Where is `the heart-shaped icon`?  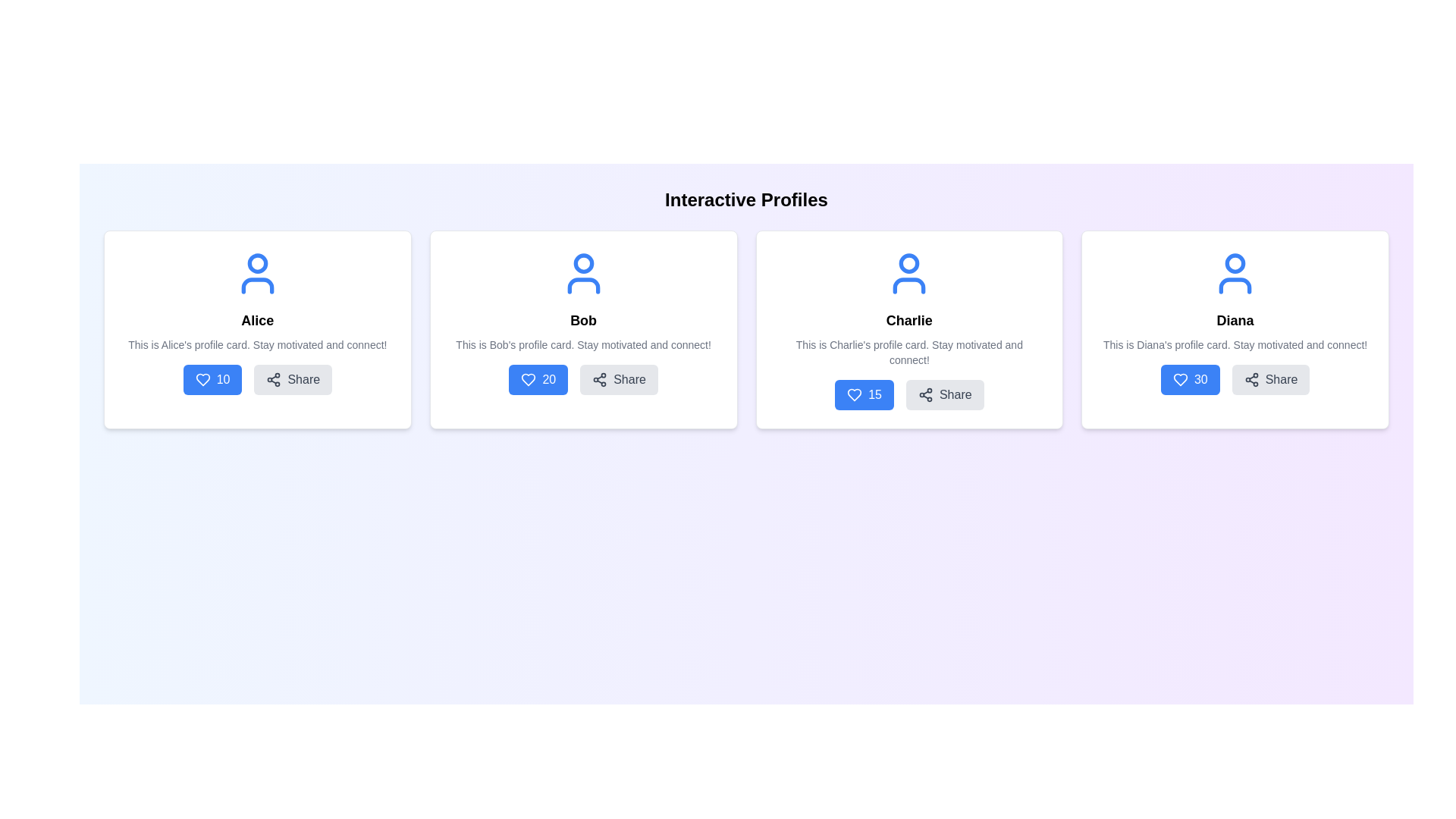 the heart-shaped icon is located at coordinates (855, 394).